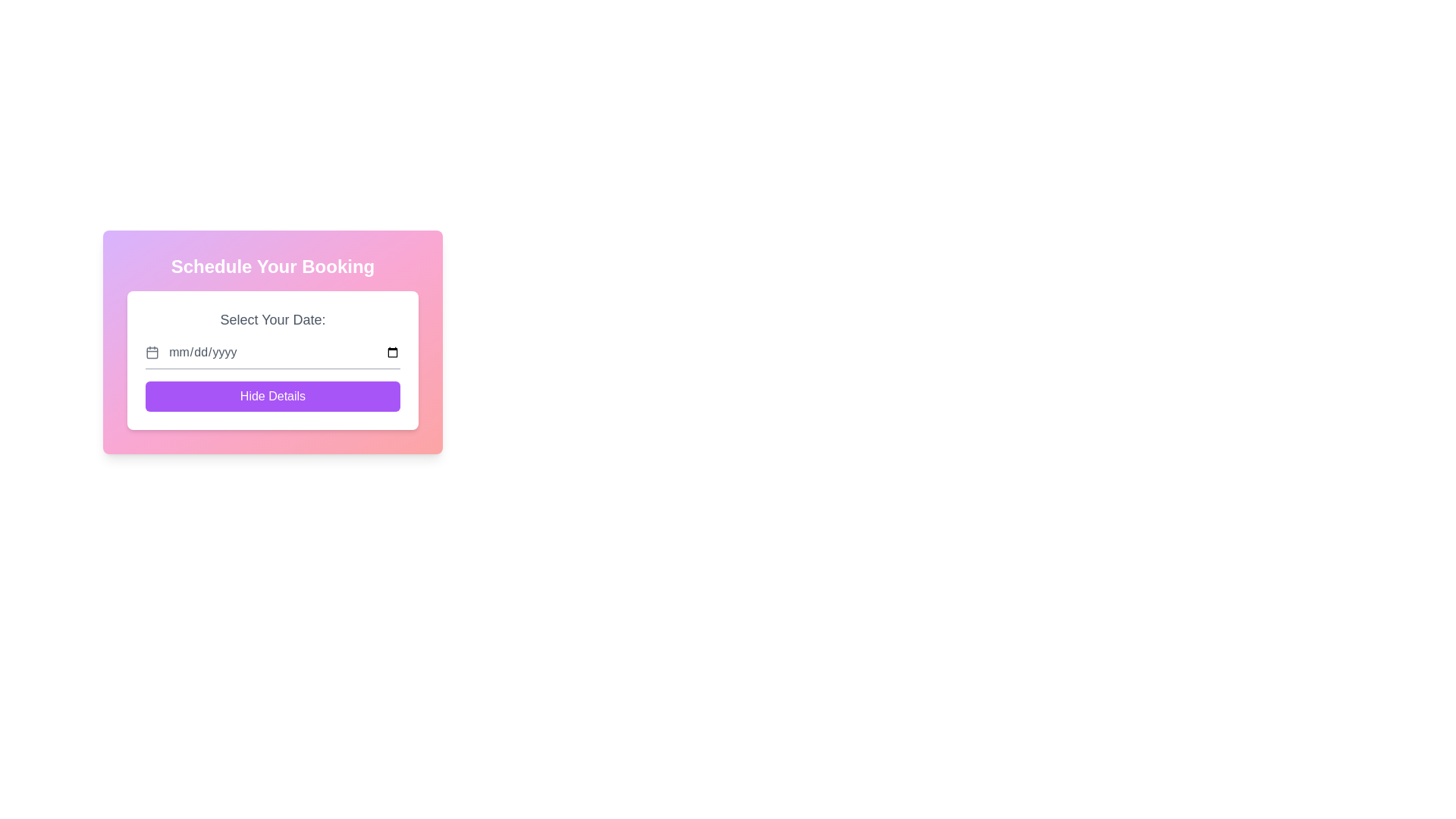  Describe the element at coordinates (152, 353) in the screenshot. I see `the date selection icon located to the left of the text input field that allows users to select a date` at that location.